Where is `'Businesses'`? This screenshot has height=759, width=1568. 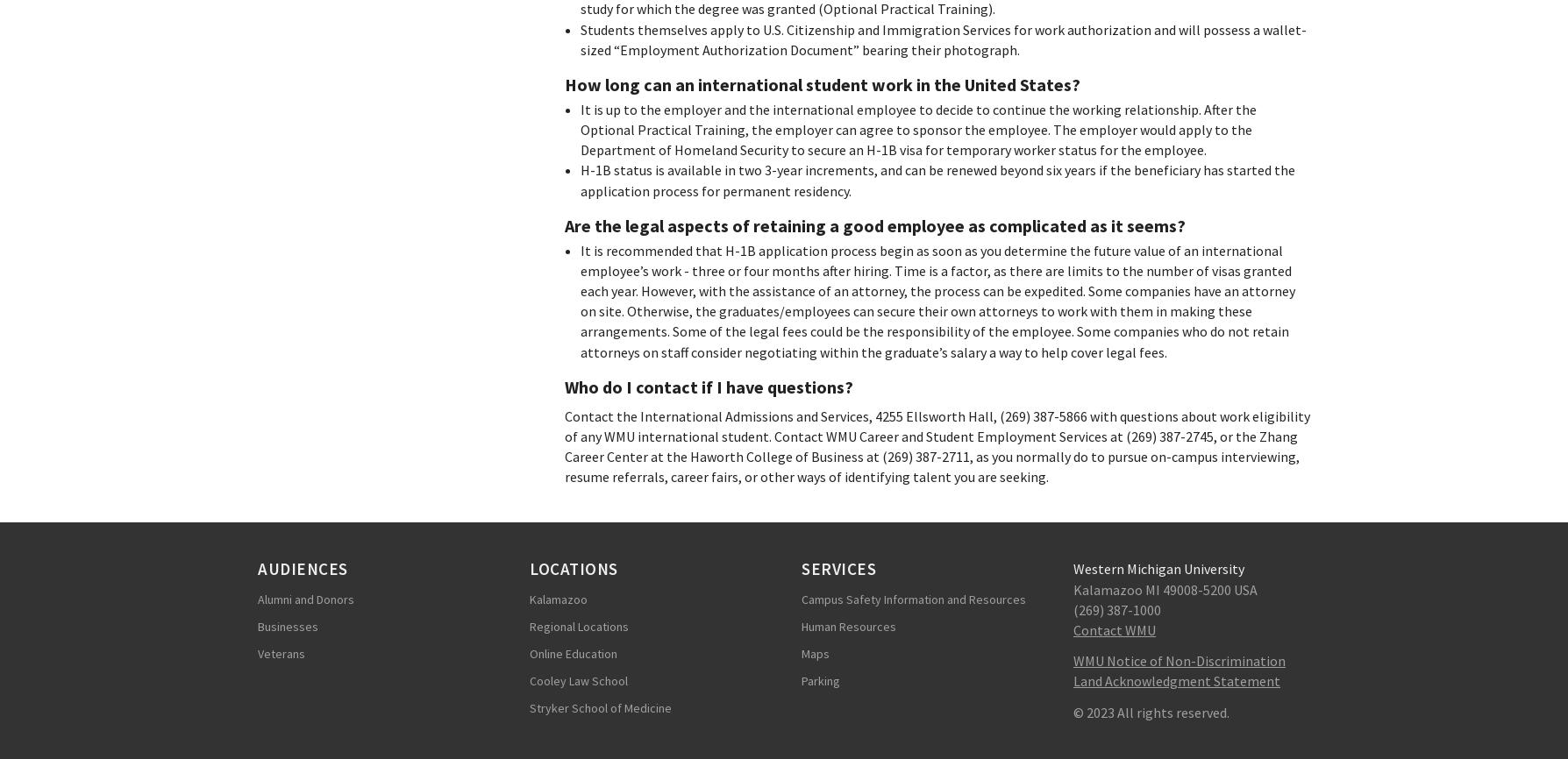 'Businesses' is located at coordinates (287, 625).